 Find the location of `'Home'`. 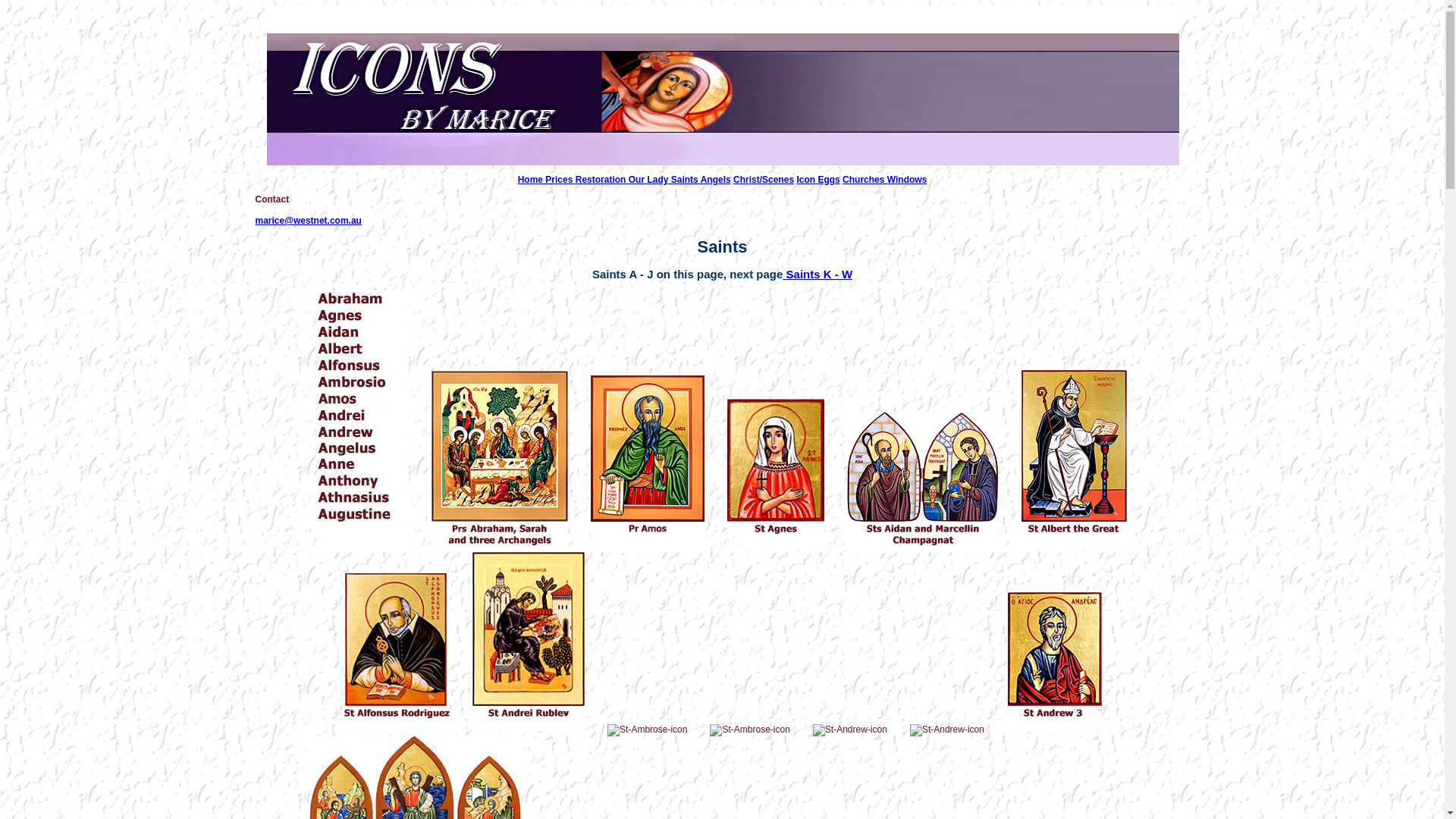

'Home' is located at coordinates (532, 178).